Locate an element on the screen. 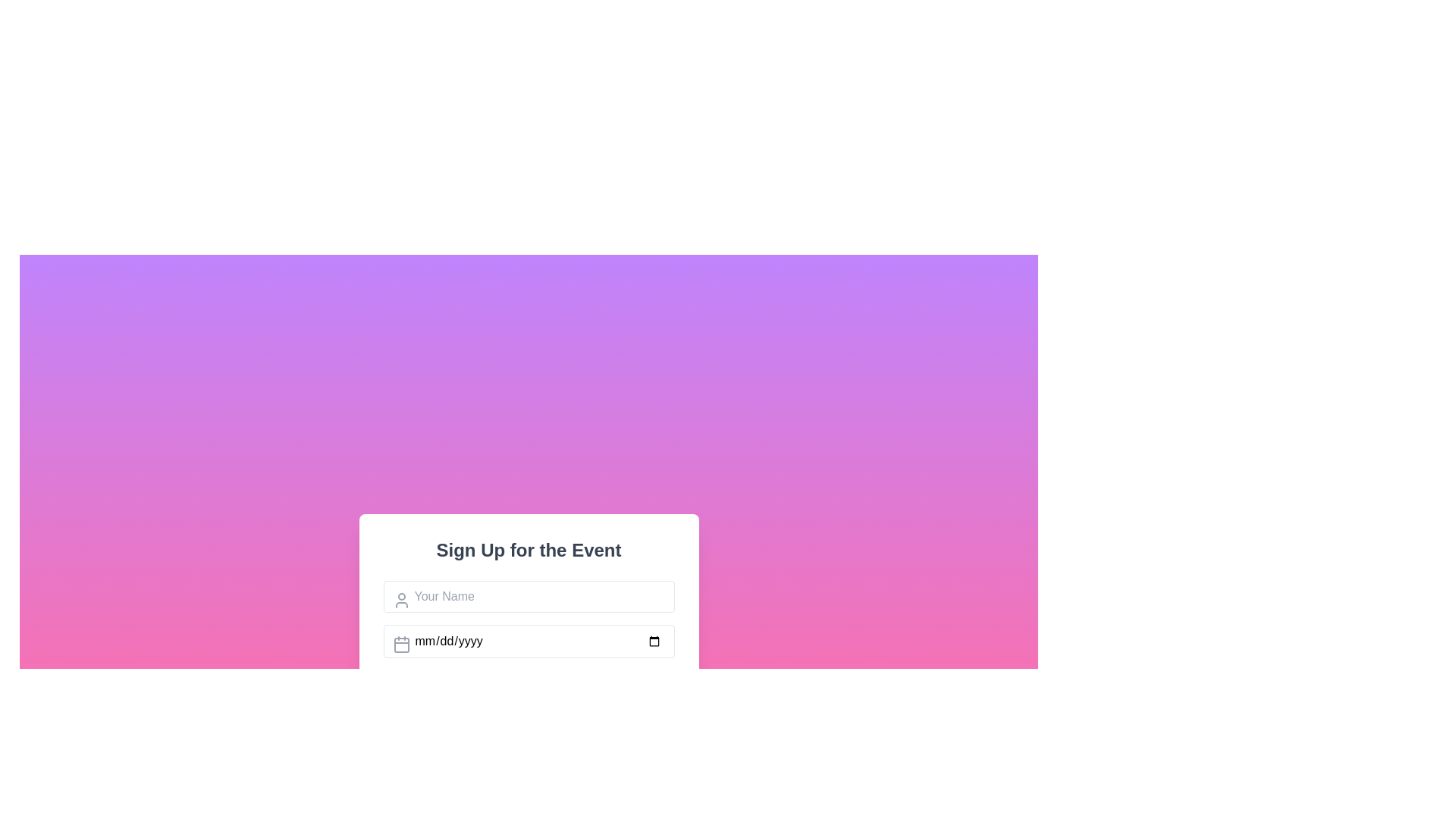 The height and width of the screenshot is (819, 1456). the text label at the top center of the white, rounded rectangle box that serves as a header for the form is located at coordinates (529, 550).